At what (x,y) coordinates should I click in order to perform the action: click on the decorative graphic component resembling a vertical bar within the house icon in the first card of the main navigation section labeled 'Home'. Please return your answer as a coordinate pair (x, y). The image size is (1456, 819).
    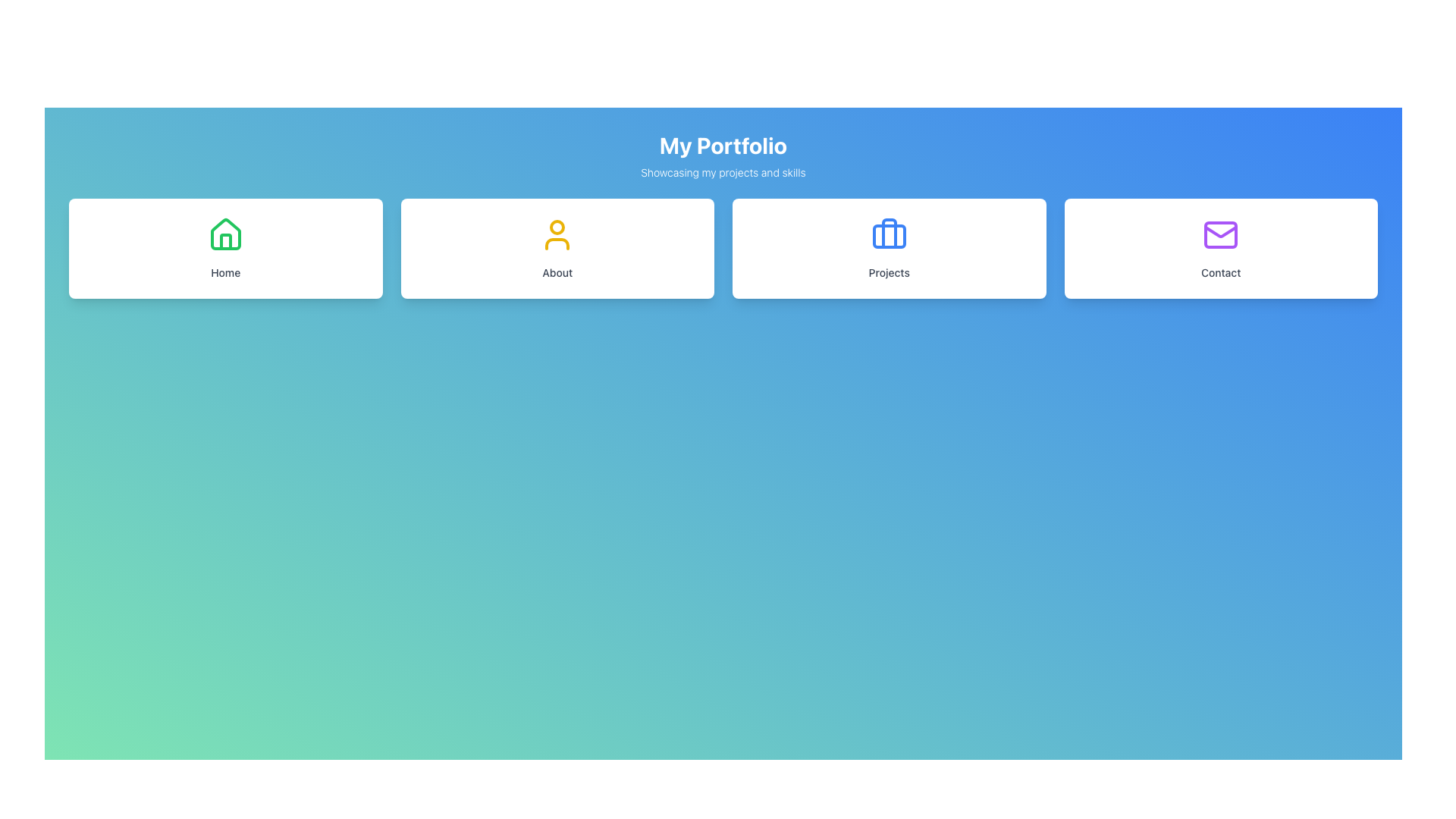
    Looking at the image, I should click on (224, 241).